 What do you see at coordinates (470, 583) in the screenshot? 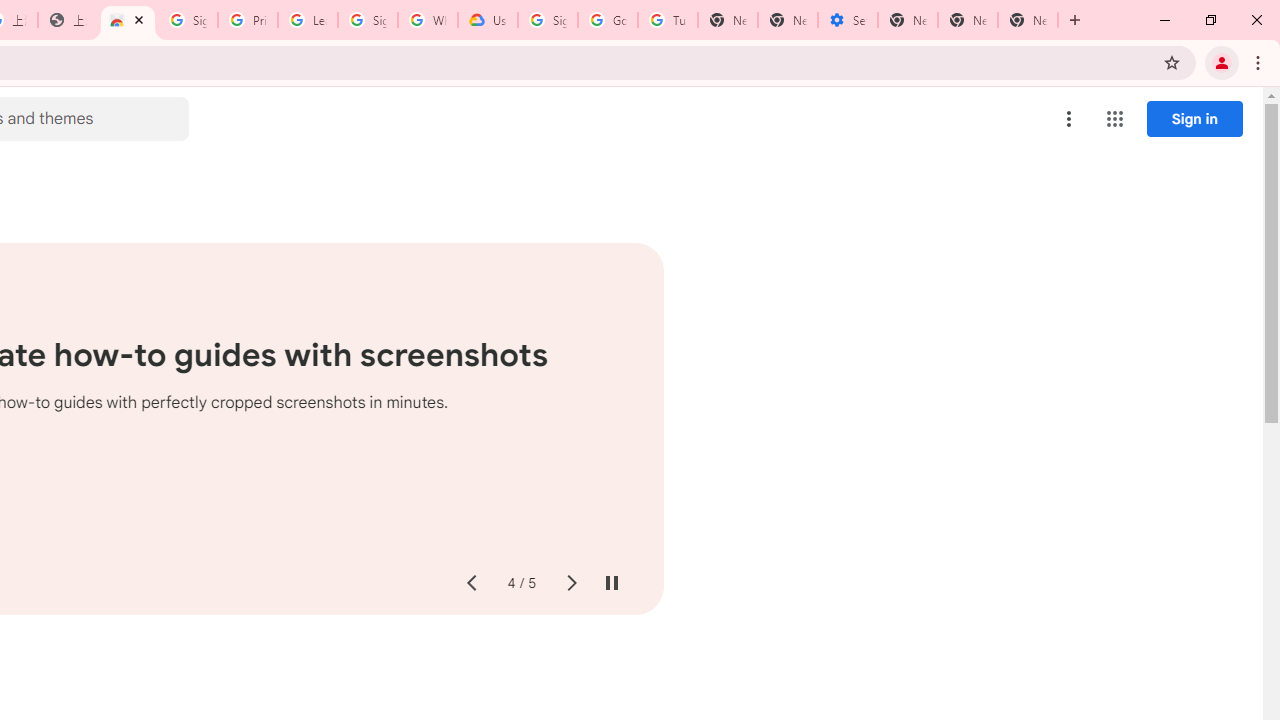
I see `'Previous slide'` at bounding box center [470, 583].